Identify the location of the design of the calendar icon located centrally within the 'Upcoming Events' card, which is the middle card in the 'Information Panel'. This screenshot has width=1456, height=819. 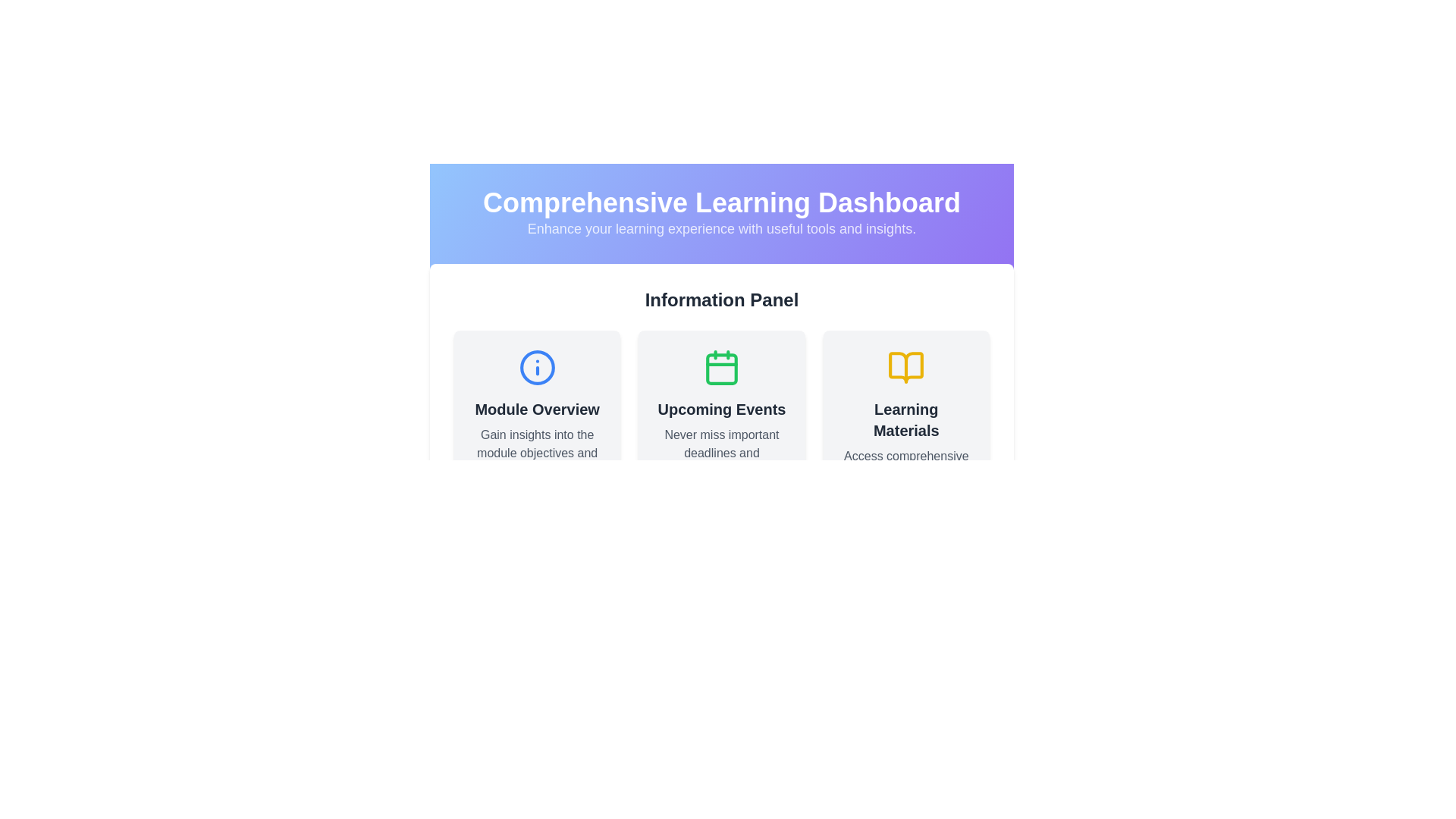
(720, 368).